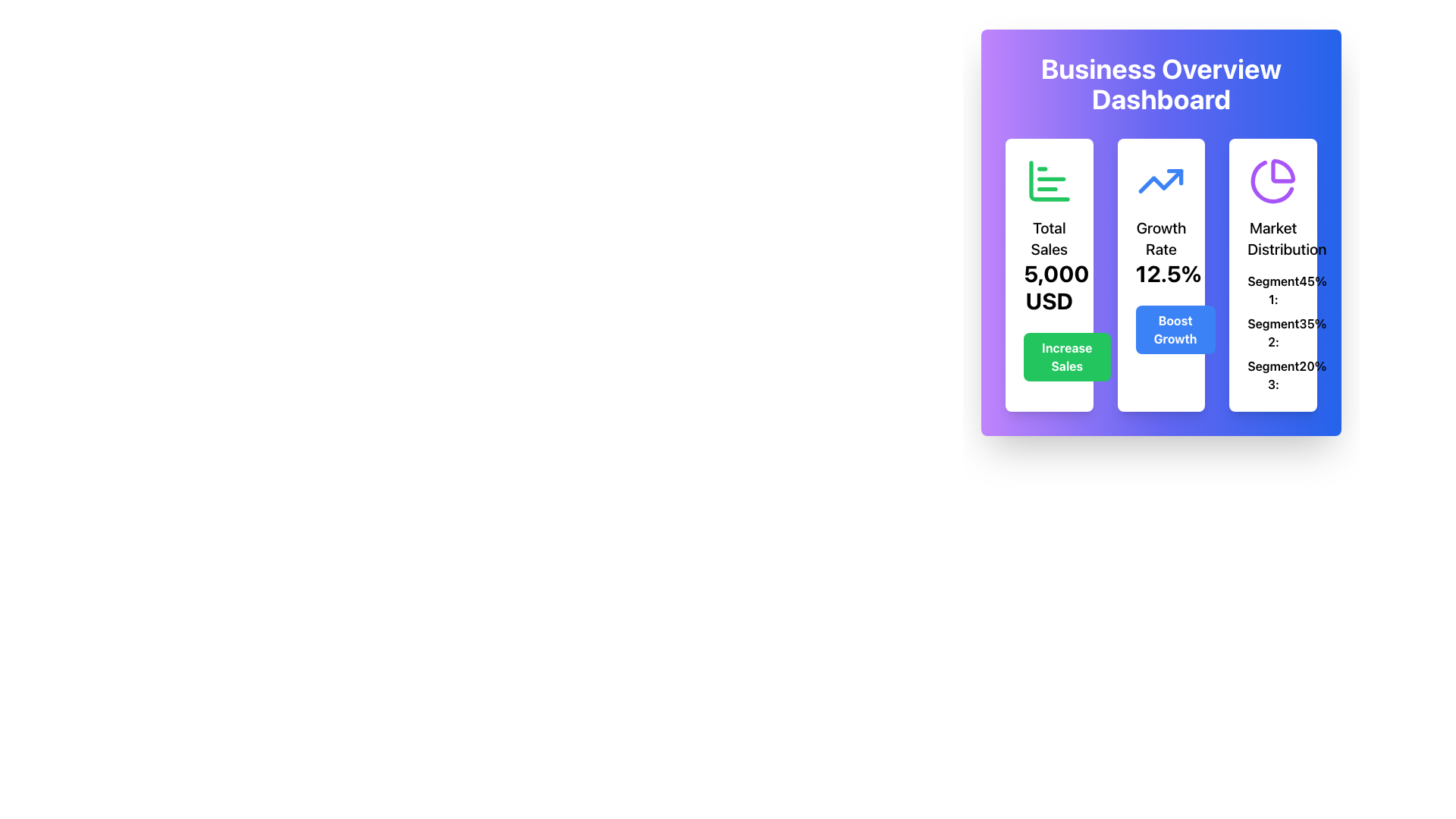 This screenshot has width=1456, height=819. Describe the element at coordinates (1273, 290) in the screenshot. I see `the 'Segment 1: 45%' text label, which is the first entry in the 'Market Distribution' section of the dashboard` at that location.